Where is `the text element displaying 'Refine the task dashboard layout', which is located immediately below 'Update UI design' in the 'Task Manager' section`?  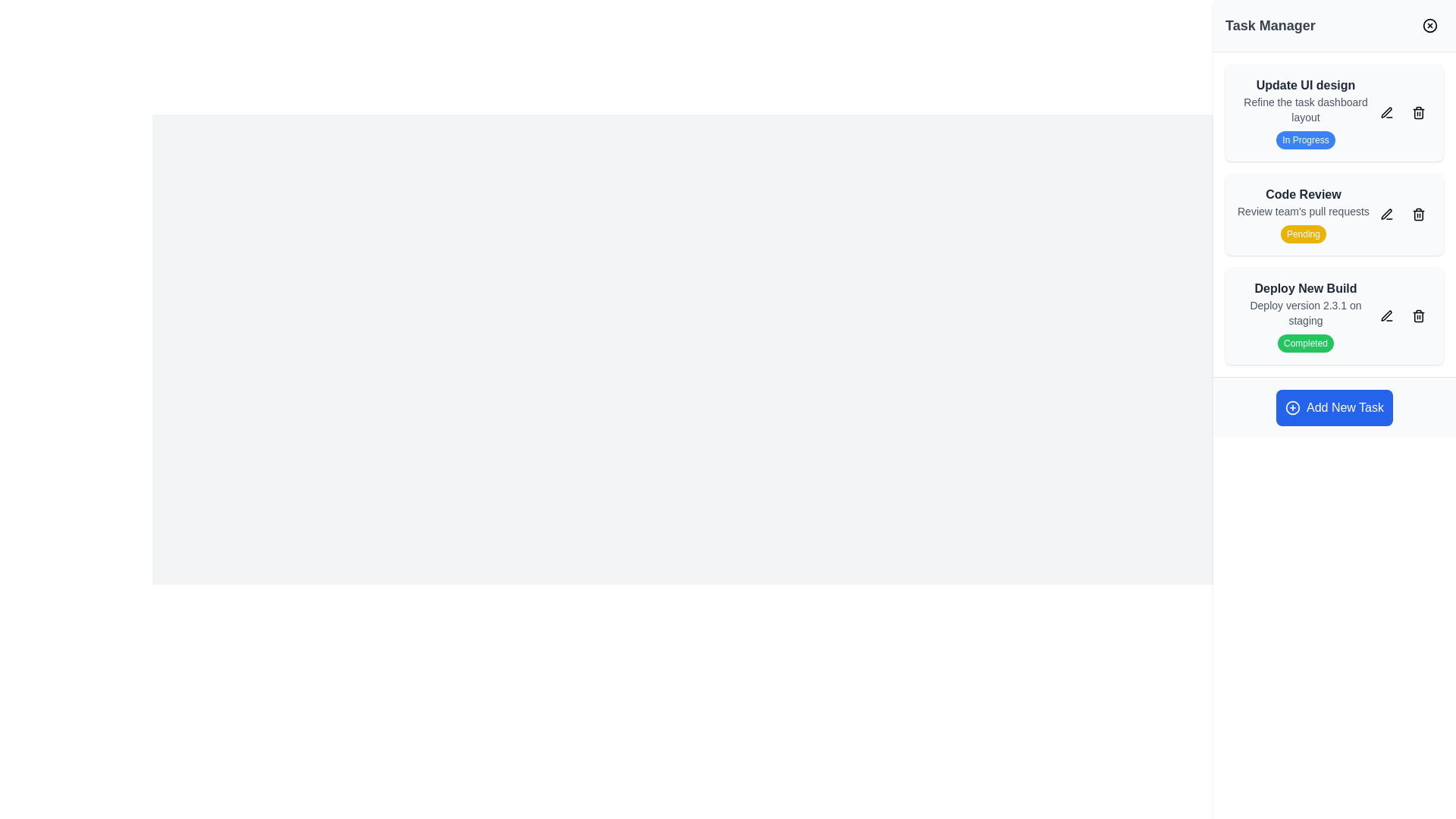
the text element displaying 'Refine the task dashboard layout', which is located immediately below 'Update UI design' in the 'Task Manager' section is located at coordinates (1305, 109).